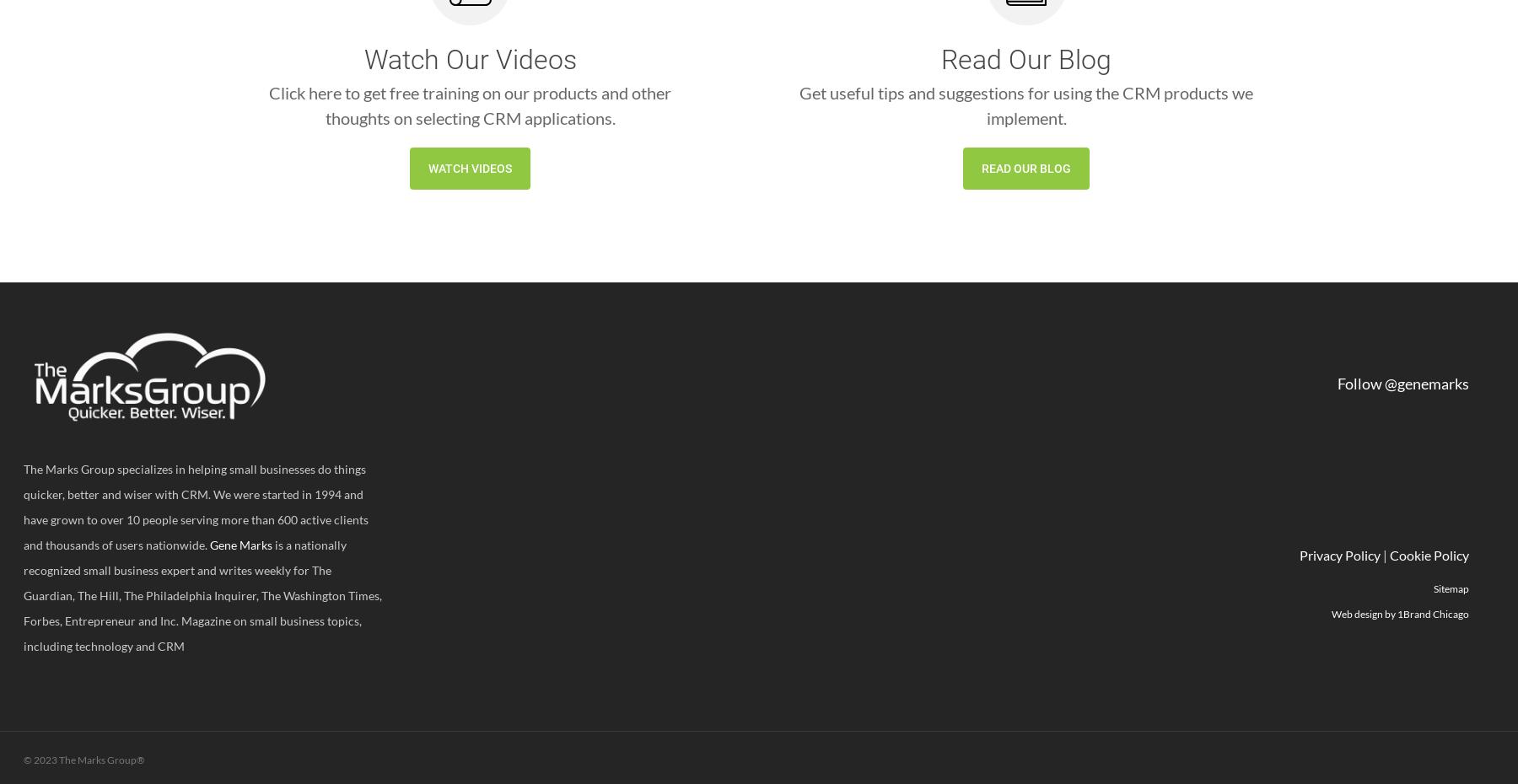 Image resolution: width=1518 pixels, height=784 pixels. I want to click on 'Click here to get free training on our products and other thoughts on selecting CRM applications.', so click(469, 104).